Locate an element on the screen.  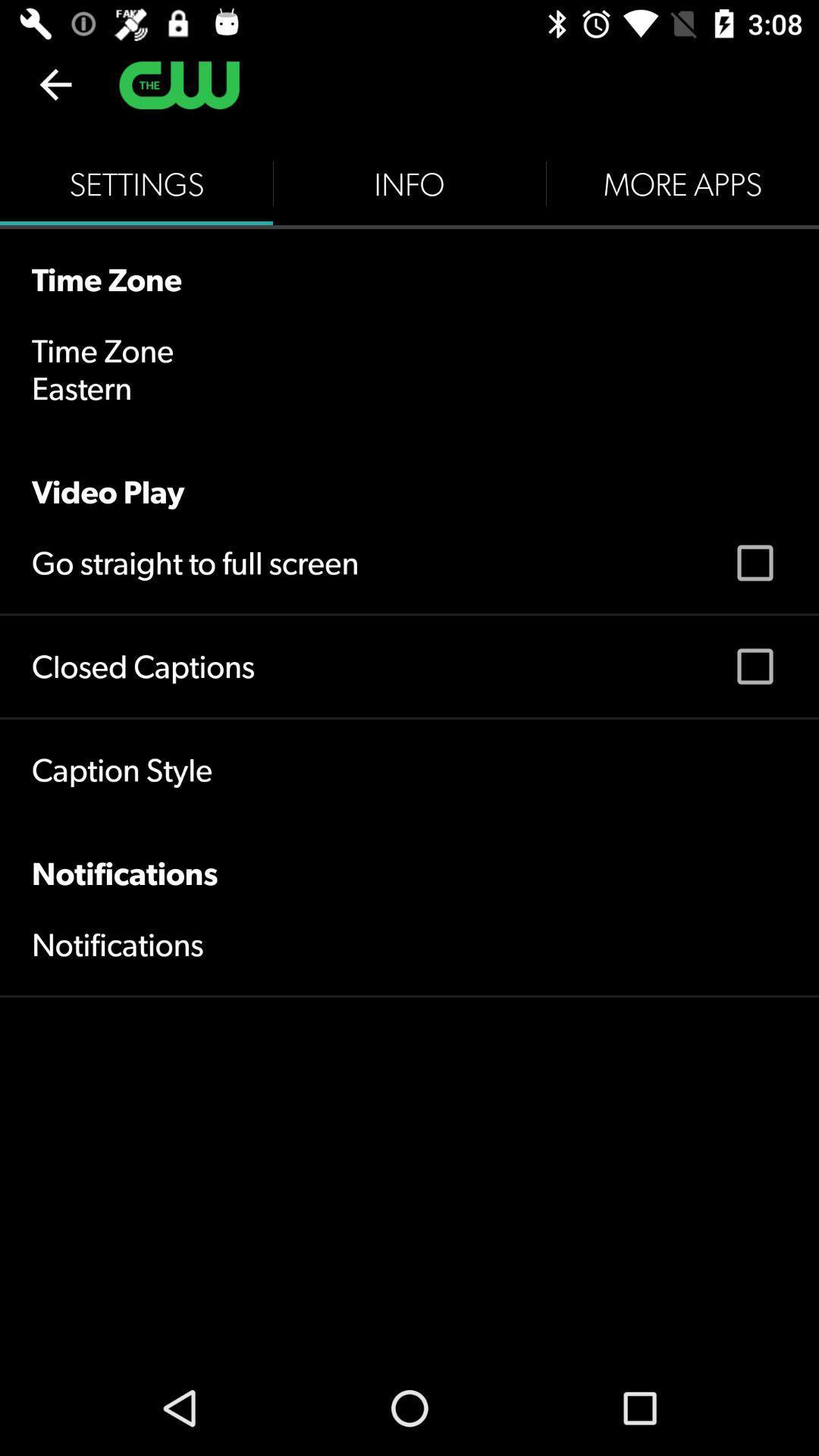
icon above closed captions is located at coordinates (194, 562).